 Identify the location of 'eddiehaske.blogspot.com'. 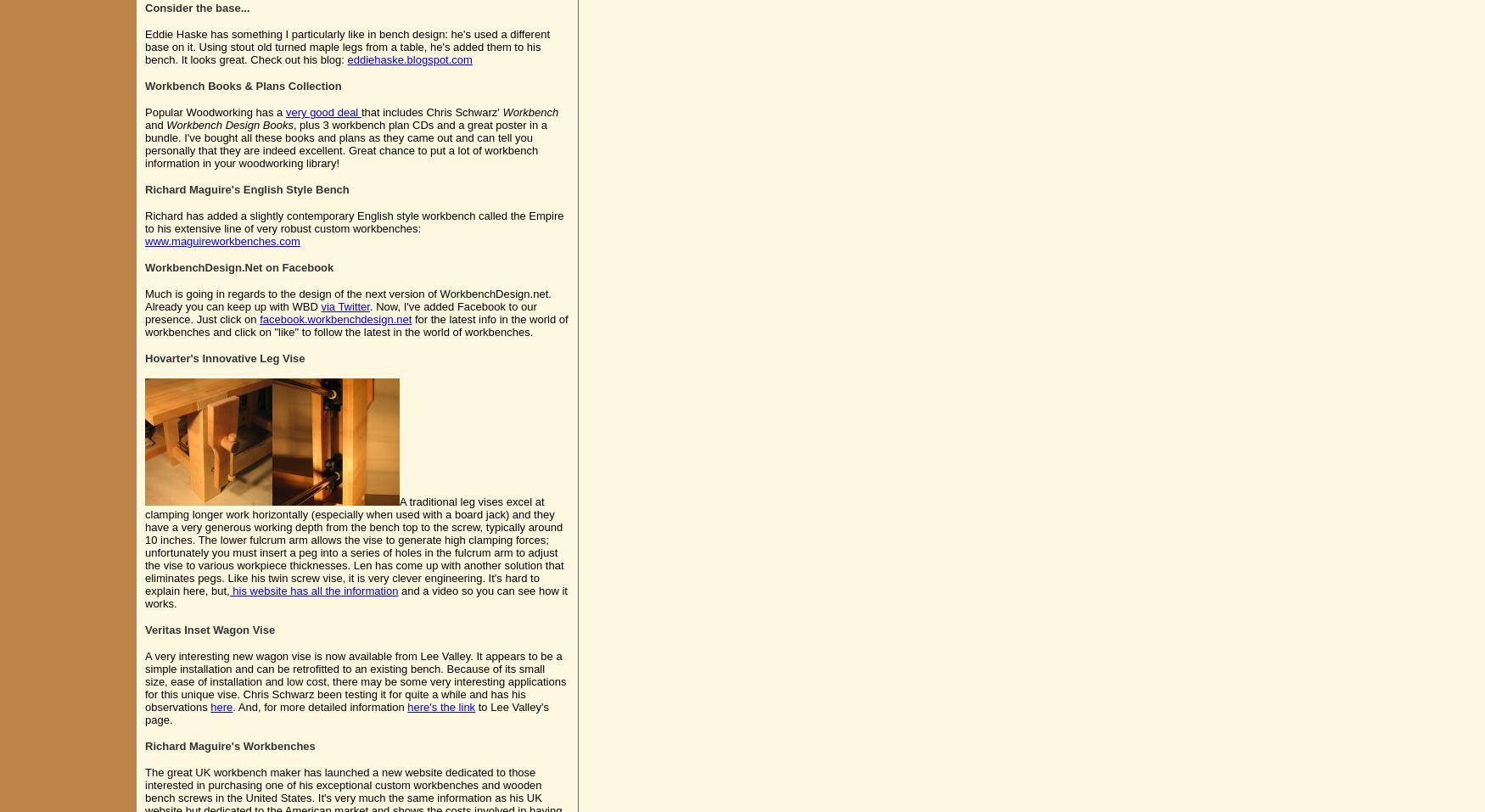
(409, 59).